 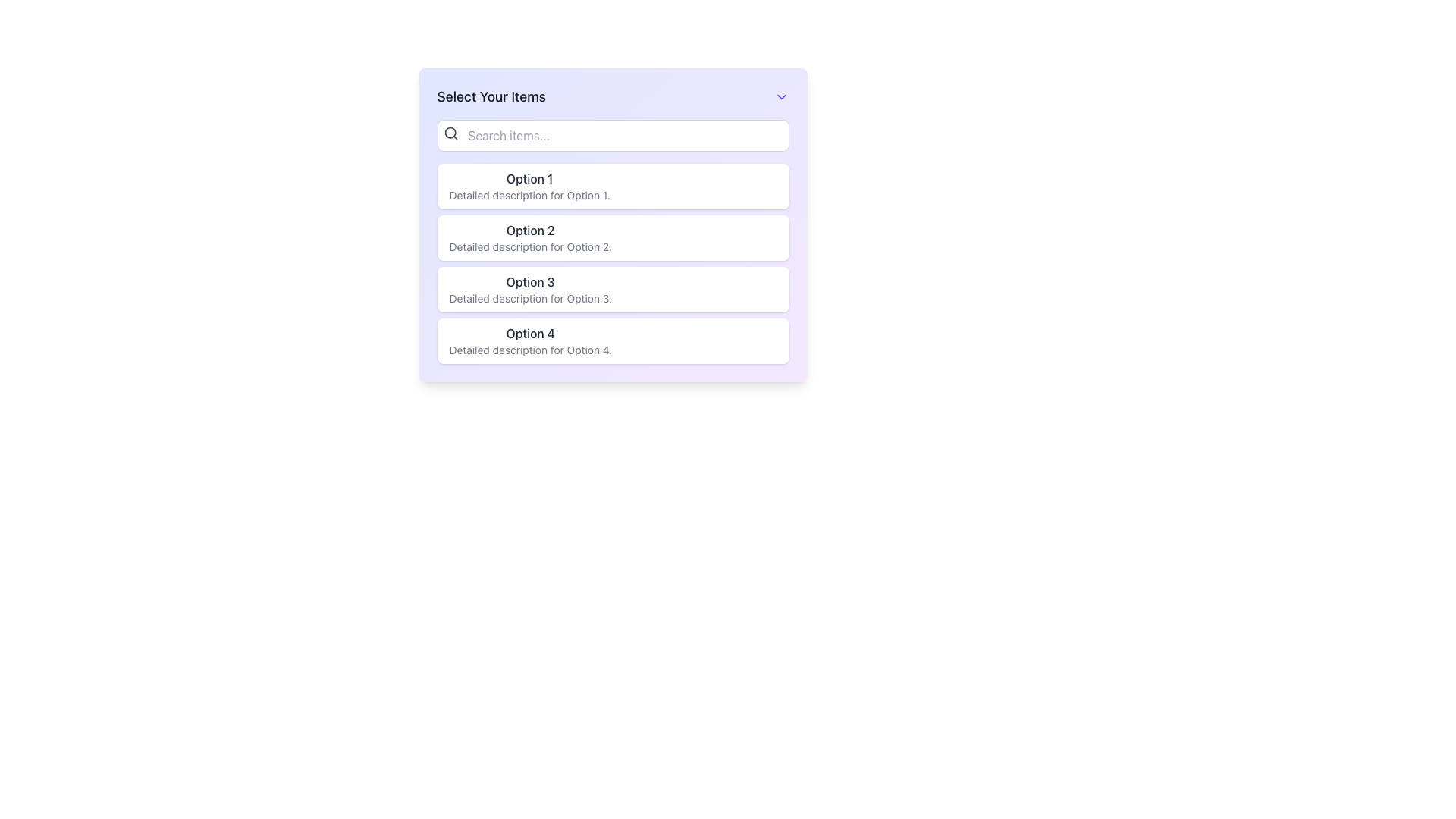 What do you see at coordinates (781, 96) in the screenshot?
I see `the Dropdown indicator button located in the top-right corner of the interface, aligned with the title 'Select Your Items'` at bounding box center [781, 96].